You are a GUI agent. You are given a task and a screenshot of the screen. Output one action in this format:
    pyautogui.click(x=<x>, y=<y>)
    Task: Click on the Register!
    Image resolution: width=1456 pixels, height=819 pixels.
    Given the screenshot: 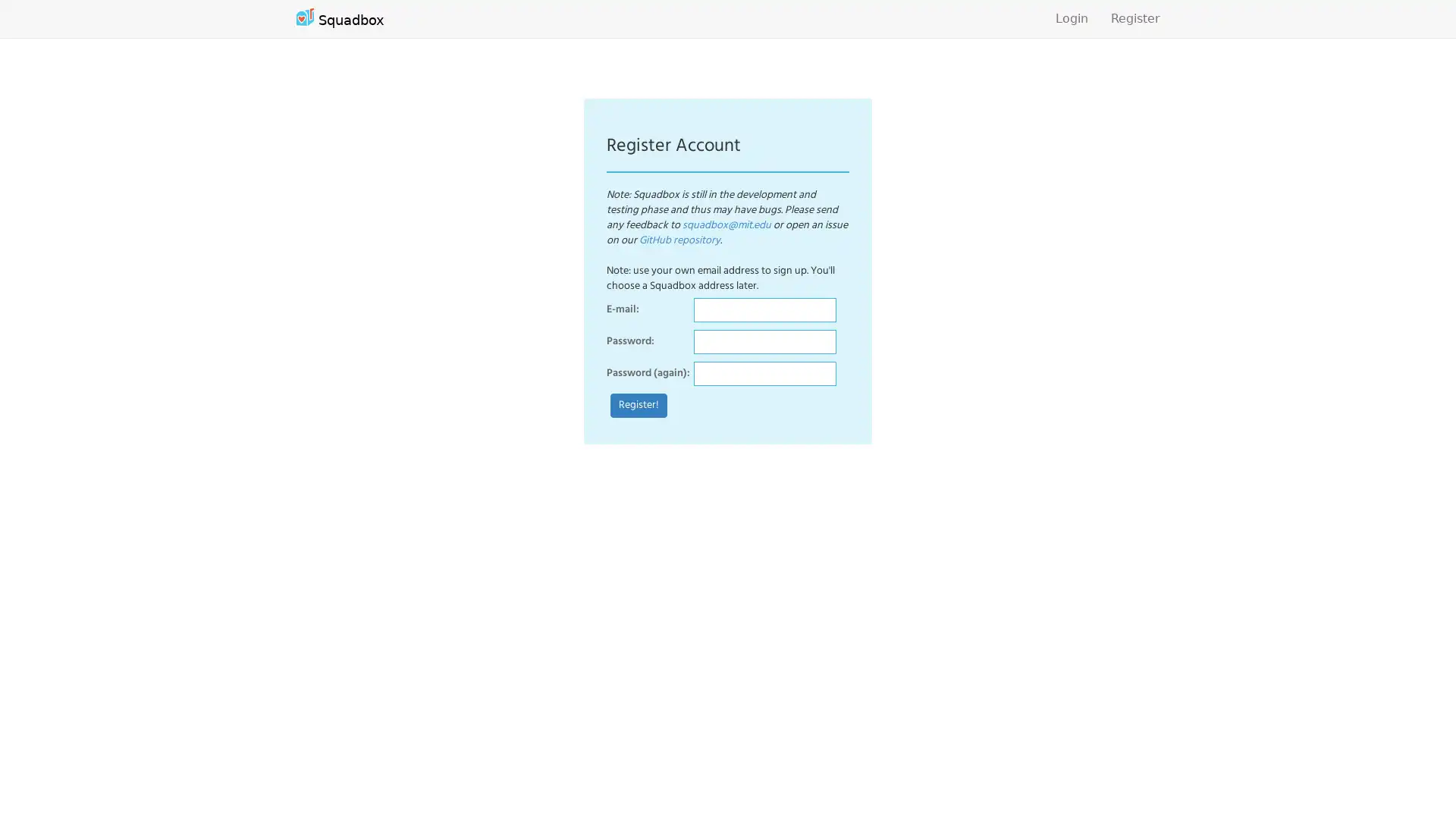 What is the action you would take?
    pyautogui.click(x=639, y=405)
    